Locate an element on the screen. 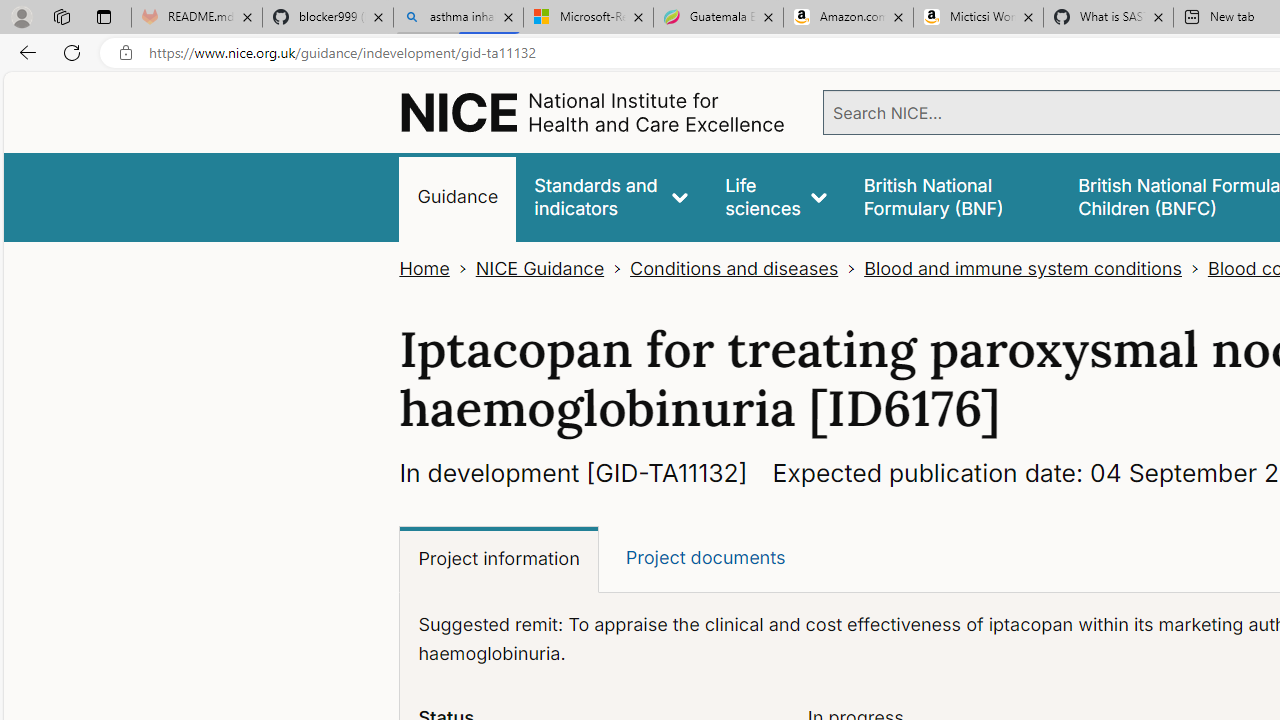 The image size is (1280, 720). 'Conditions and diseases>' is located at coordinates (746, 268).